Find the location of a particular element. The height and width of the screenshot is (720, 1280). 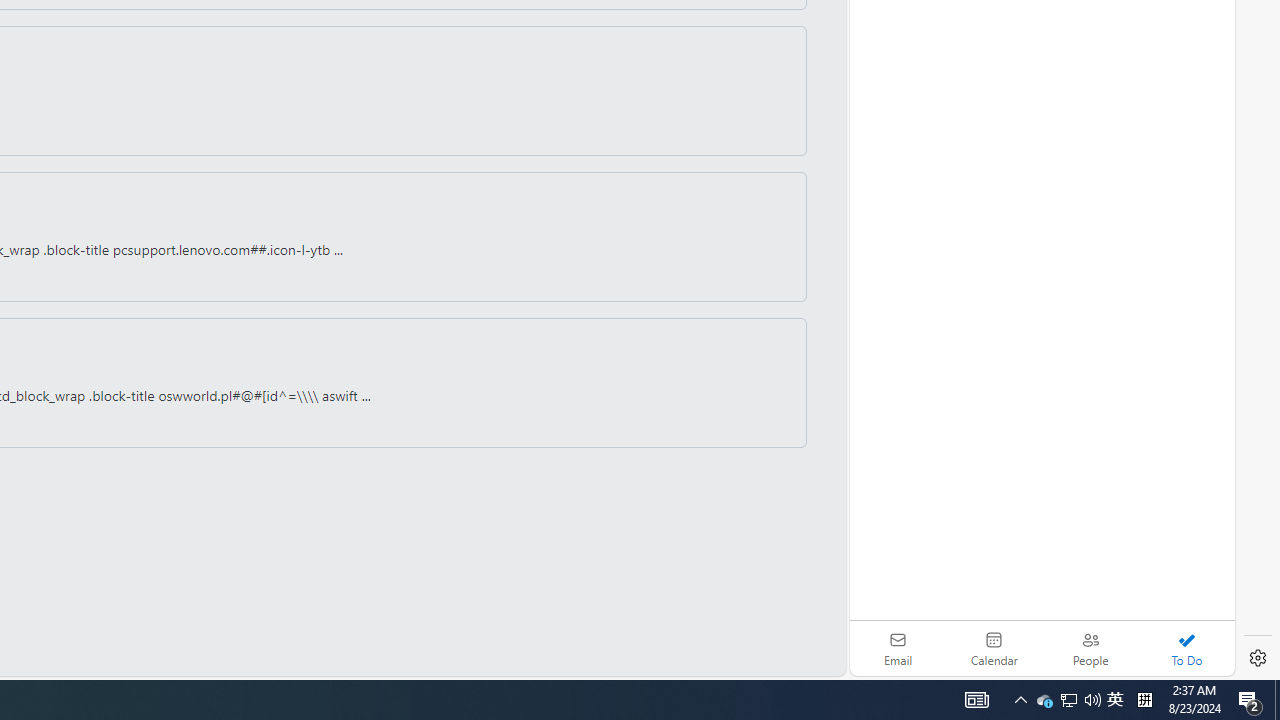

'Calendar. Date today is 22' is located at coordinates (994, 648).